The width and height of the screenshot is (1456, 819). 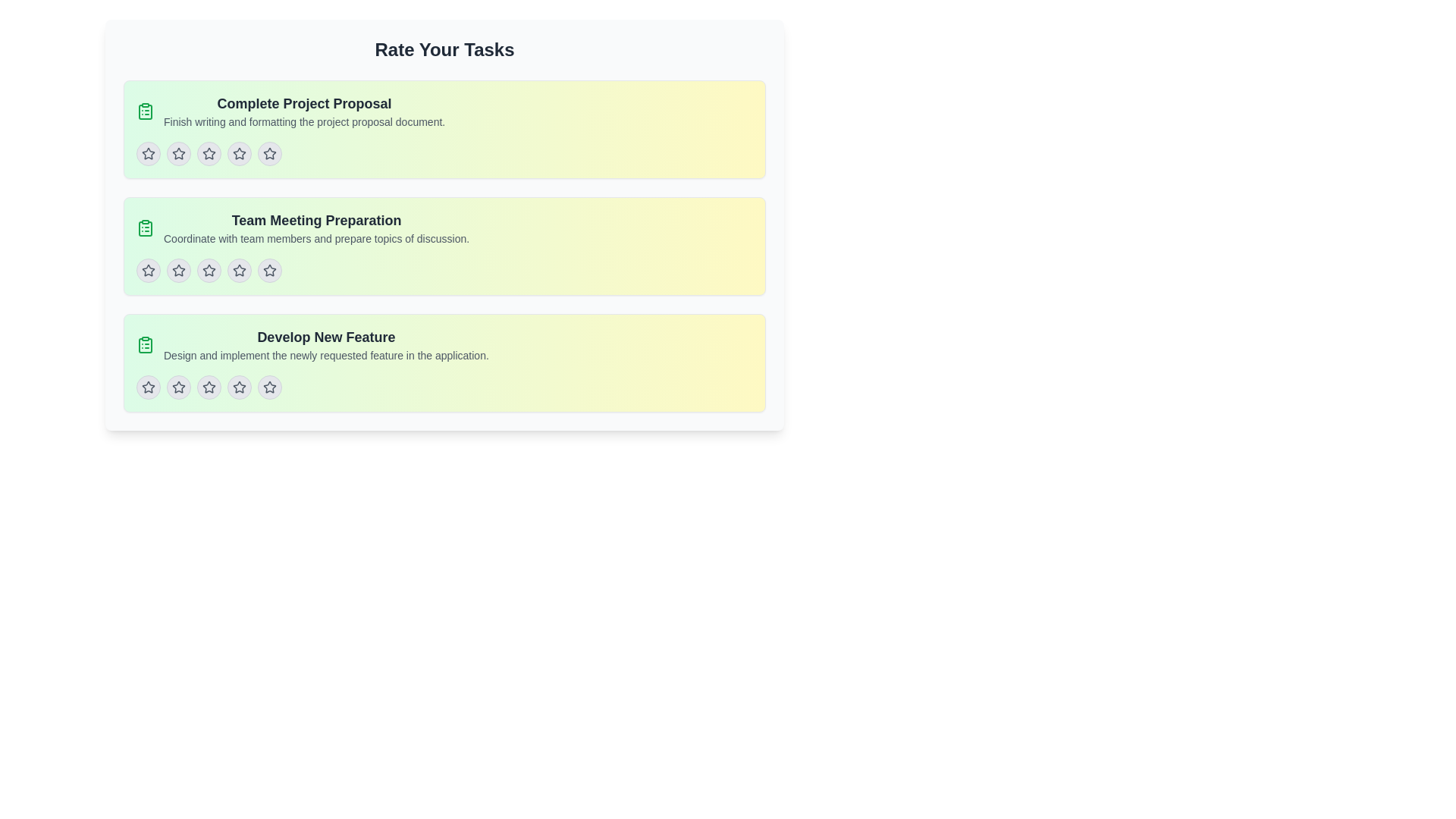 What do you see at coordinates (178, 386) in the screenshot?
I see `the second star button in the 'Develop New Feature' task section` at bounding box center [178, 386].